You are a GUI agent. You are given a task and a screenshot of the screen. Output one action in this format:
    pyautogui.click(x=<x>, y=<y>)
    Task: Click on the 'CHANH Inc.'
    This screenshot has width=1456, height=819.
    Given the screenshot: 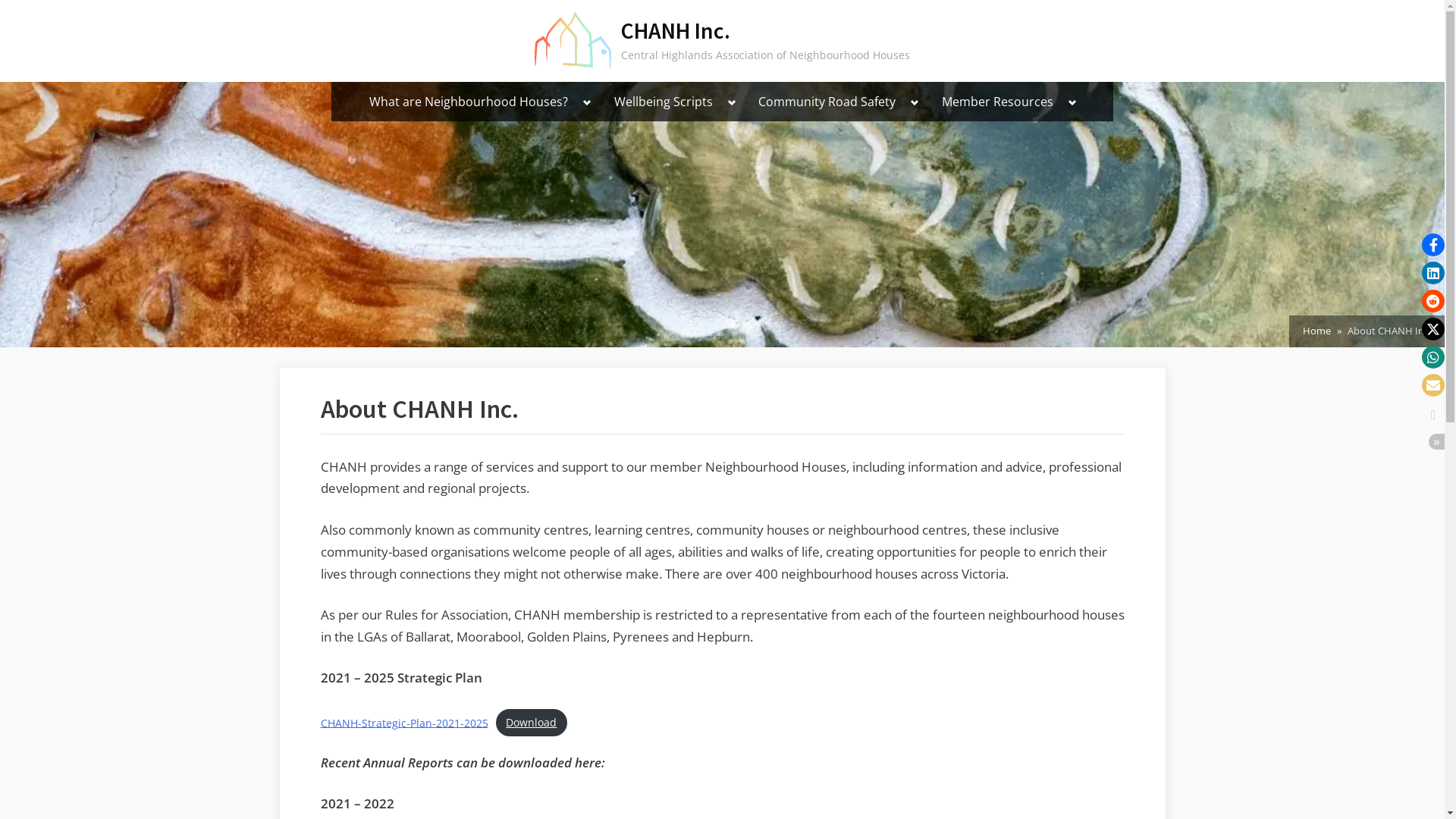 What is the action you would take?
    pyautogui.click(x=675, y=30)
    